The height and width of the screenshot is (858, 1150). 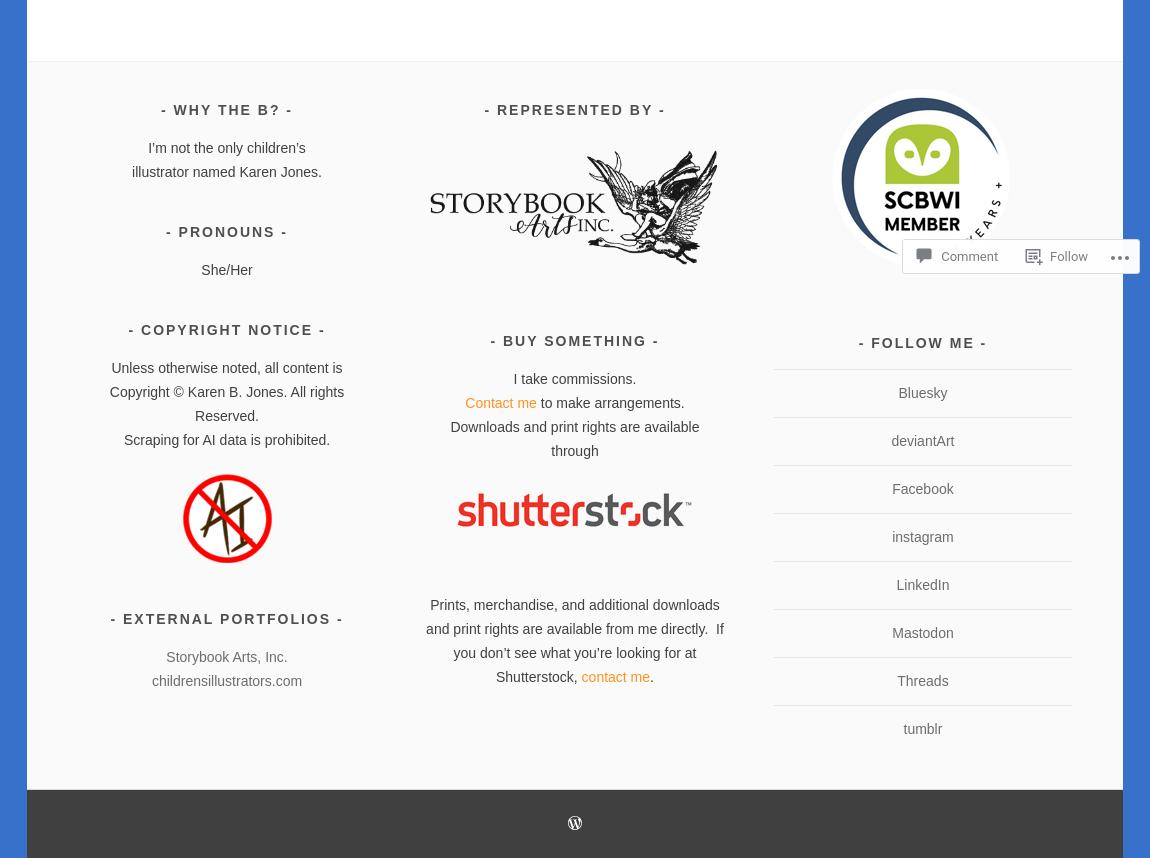 I want to click on 'She/Her', so click(x=200, y=270).